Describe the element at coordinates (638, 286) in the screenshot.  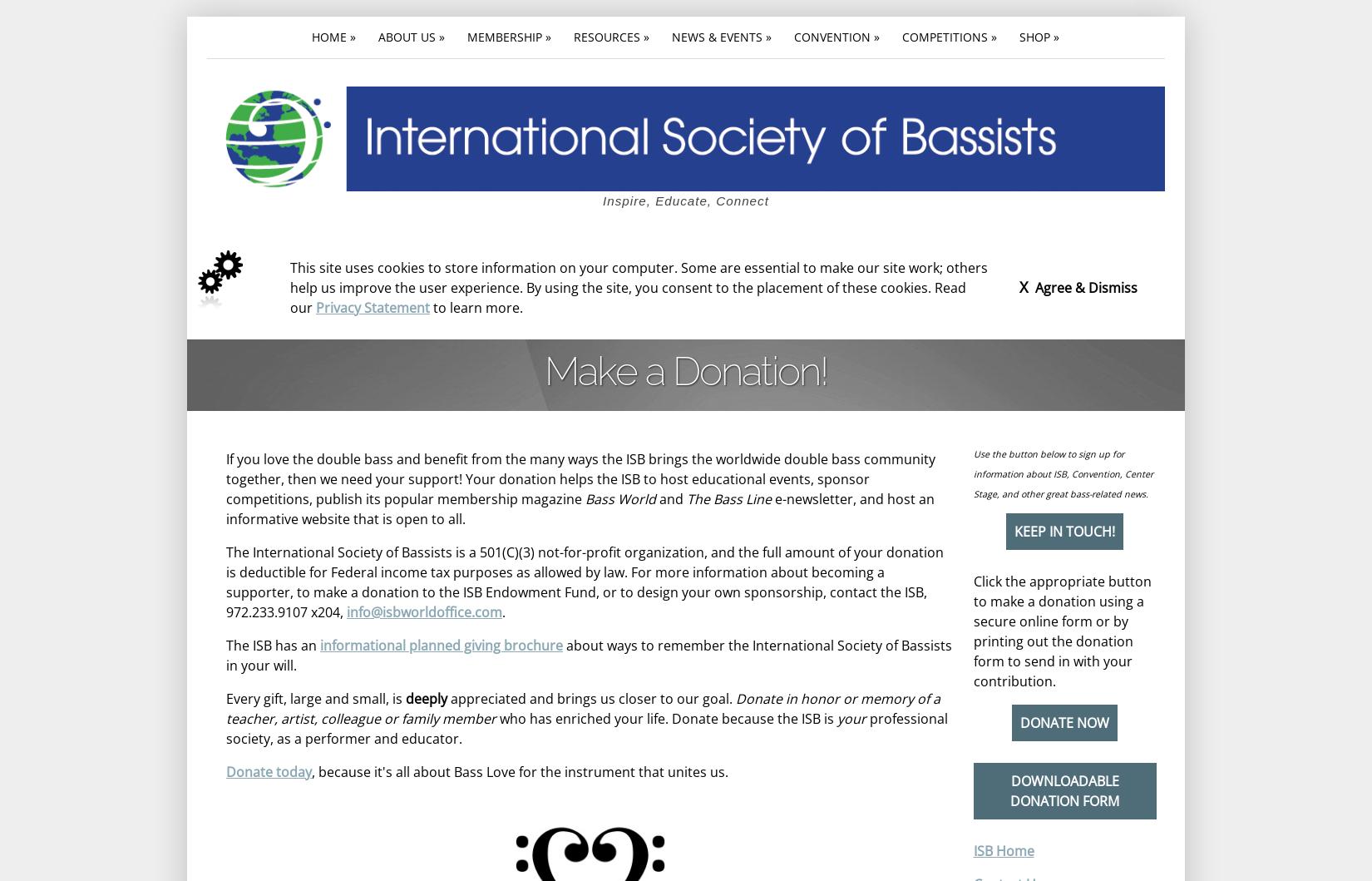
I see `'This site uses cookies to store information on your computer. Some are essential to make our site work; others help us improve the user experience. By using the site, you consent to the placement of these cookies. Read our'` at that location.